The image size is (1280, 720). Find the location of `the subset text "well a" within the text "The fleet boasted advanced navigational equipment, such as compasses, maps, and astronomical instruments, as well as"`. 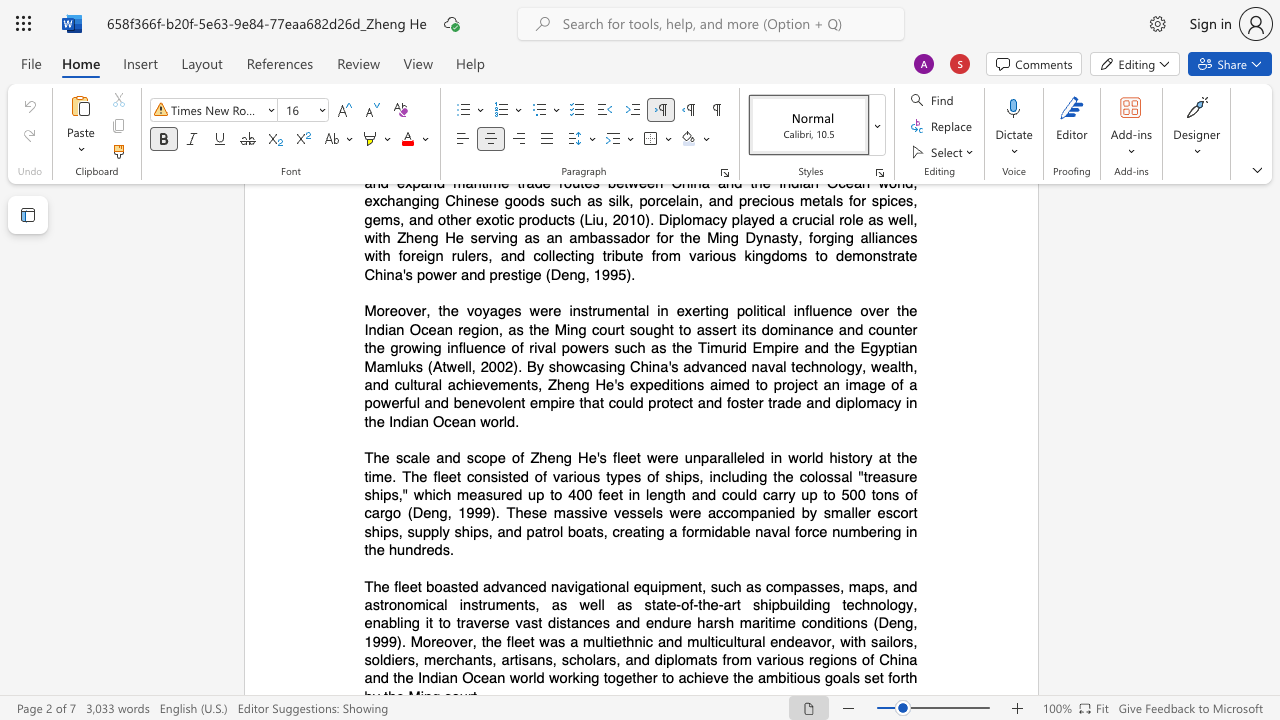

the subset text "well a" within the text "The fleet boasted advanced navigational equipment, such as compasses, maps, and astronomical instruments, as well as" is located at coordinates (578, 603).